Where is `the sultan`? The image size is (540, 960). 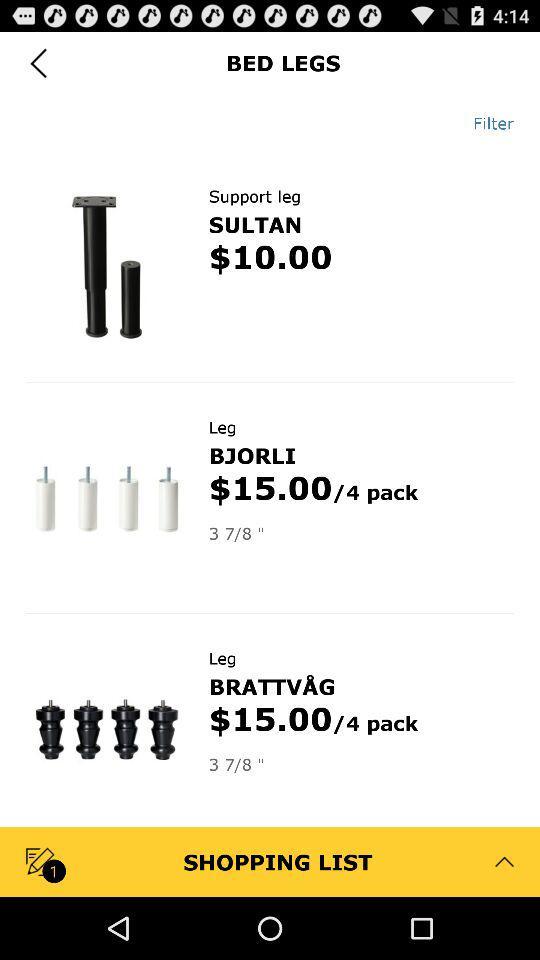 the sultan is located at coordinates (255, 224).